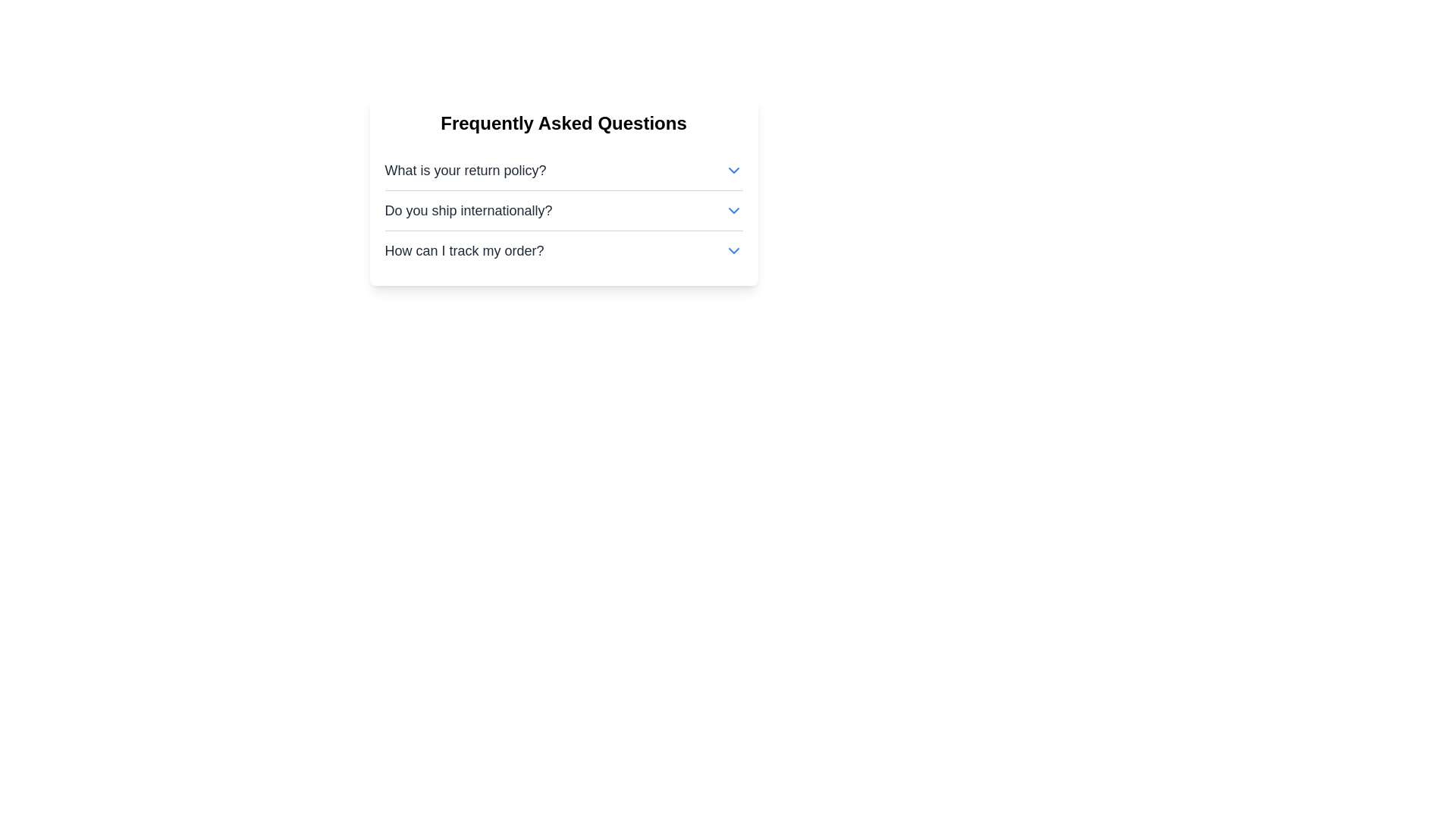 The height and width of the screenshot is (819, 1456). Describe the element at coordinates (563, 249) in the screenshot. I see `the Expandable FAQ item titled 'How can I track my order?' for keyboard navigation` at that location.